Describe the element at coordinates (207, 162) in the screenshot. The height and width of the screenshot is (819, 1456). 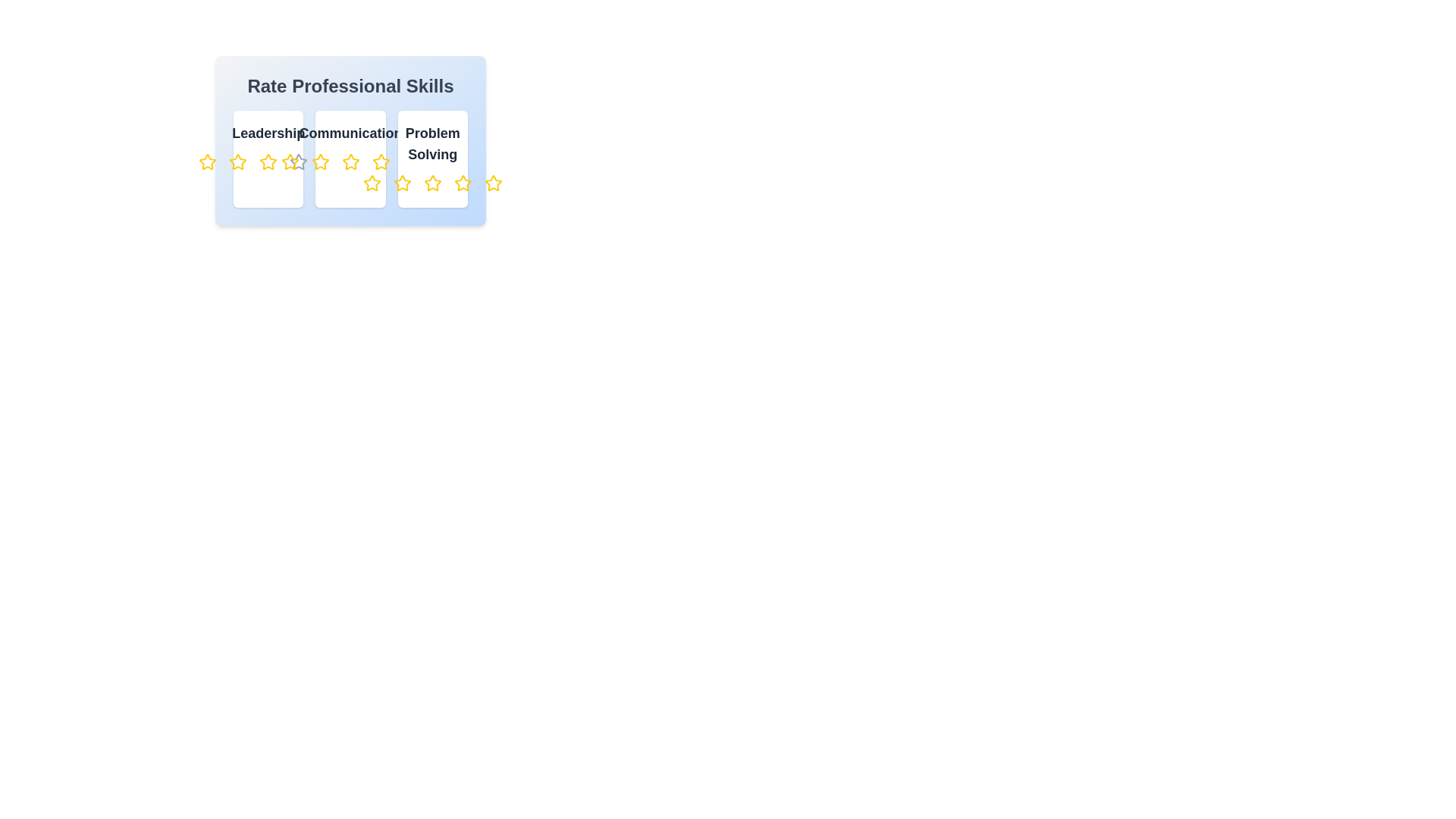
I see `the first star of the 'Leadership' rating to reset it` at that location.